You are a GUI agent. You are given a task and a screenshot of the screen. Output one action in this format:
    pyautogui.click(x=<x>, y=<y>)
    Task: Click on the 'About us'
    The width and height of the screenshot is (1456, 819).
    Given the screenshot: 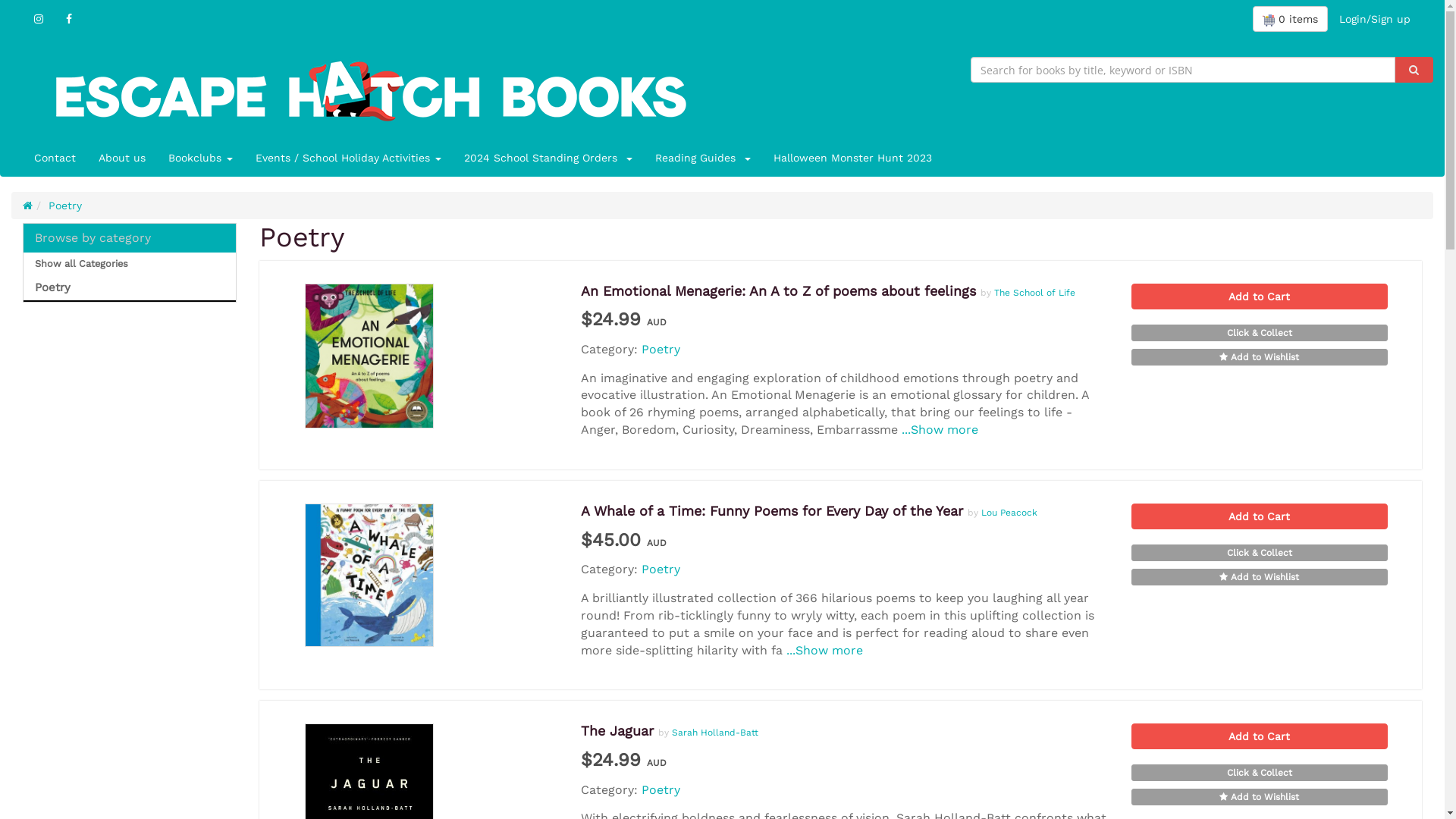 What is the action you would take?
    pyautogui.click(x=122, y=158)
    